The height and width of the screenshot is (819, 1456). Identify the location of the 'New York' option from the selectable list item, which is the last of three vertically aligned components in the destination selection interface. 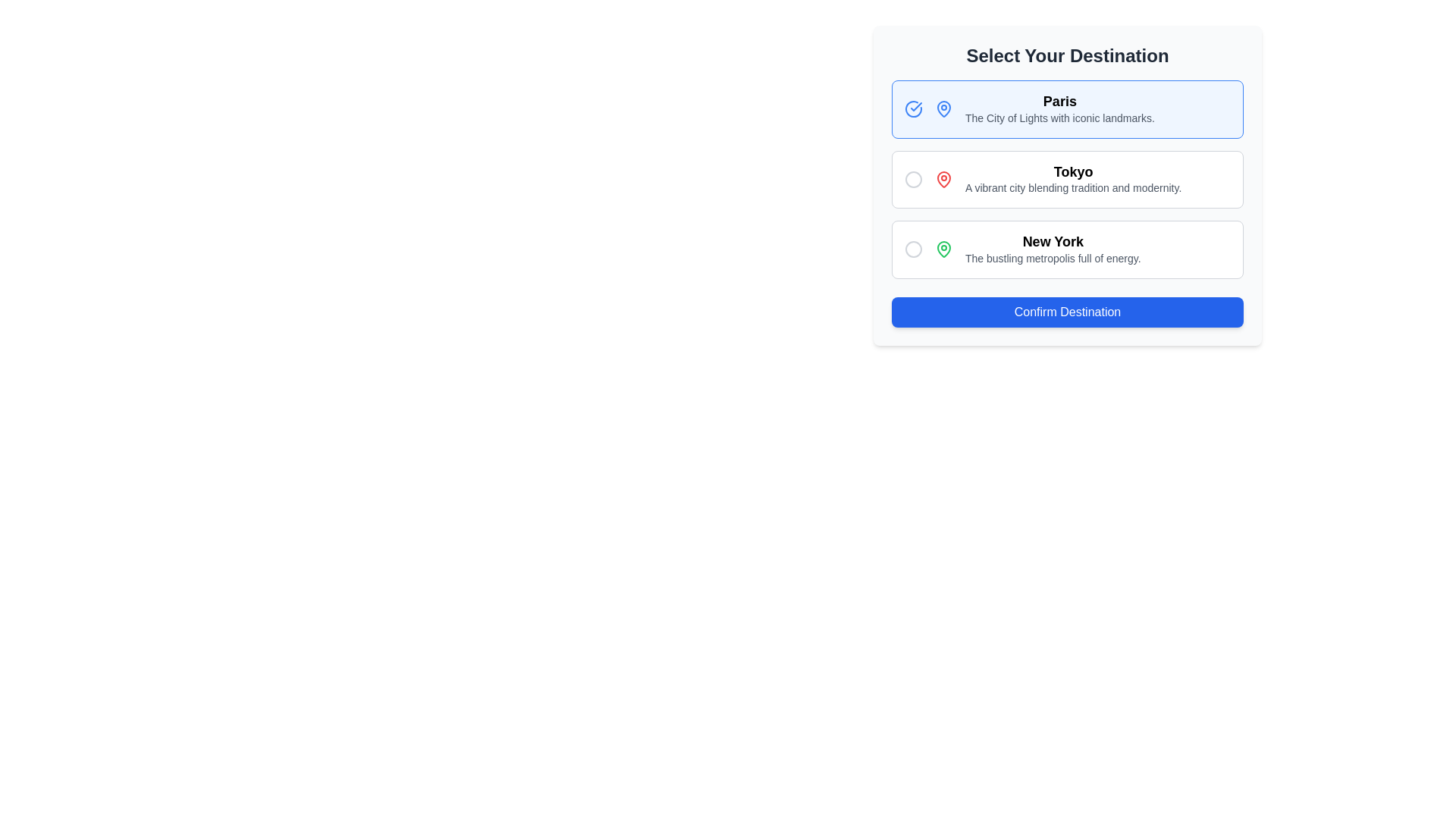
(1066, 248).